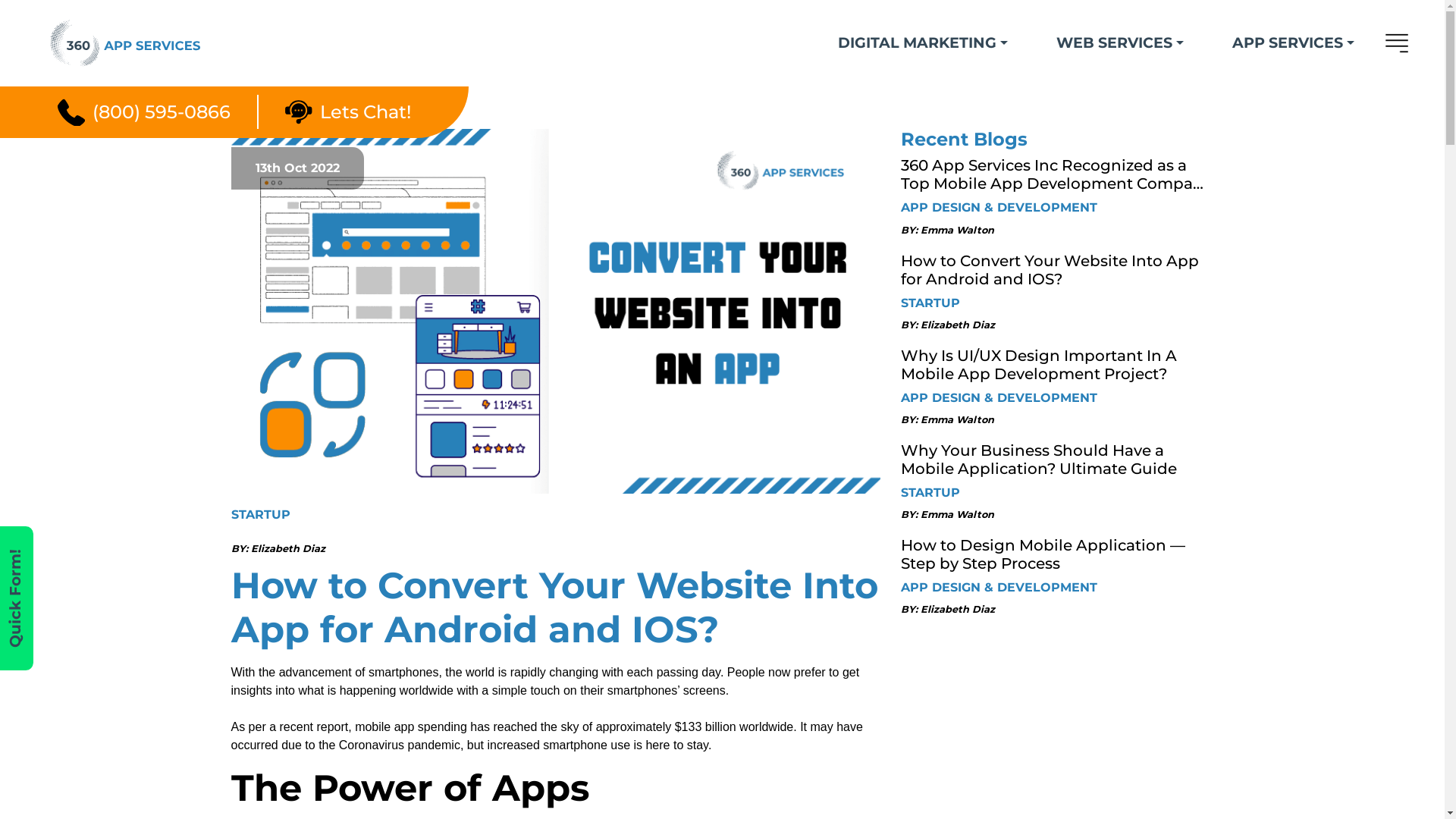 This screenshot has height=819, width=1456. Describe the element at coordinates (1292, 42) in the screenshot. I see `'APP SERVICES'` at that location.